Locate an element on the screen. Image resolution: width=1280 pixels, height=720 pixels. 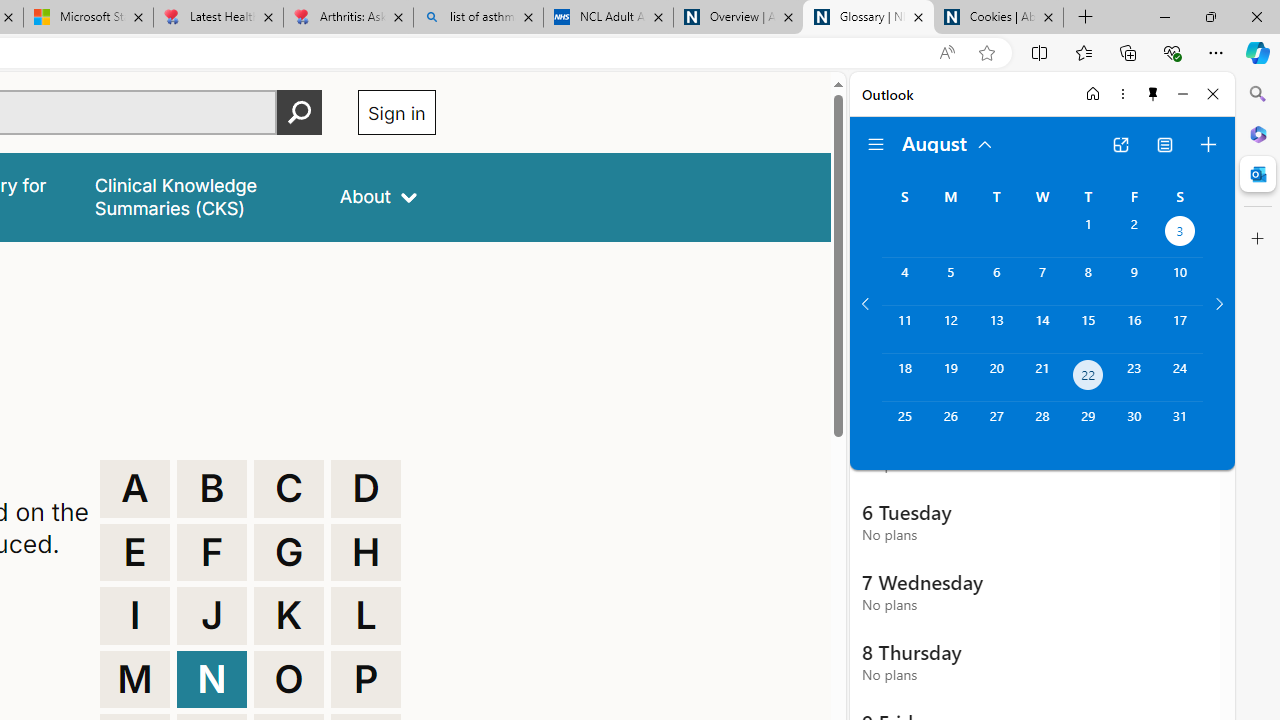
'Sunday, August 25, 2024. ' is located at coordinates (903, 424).